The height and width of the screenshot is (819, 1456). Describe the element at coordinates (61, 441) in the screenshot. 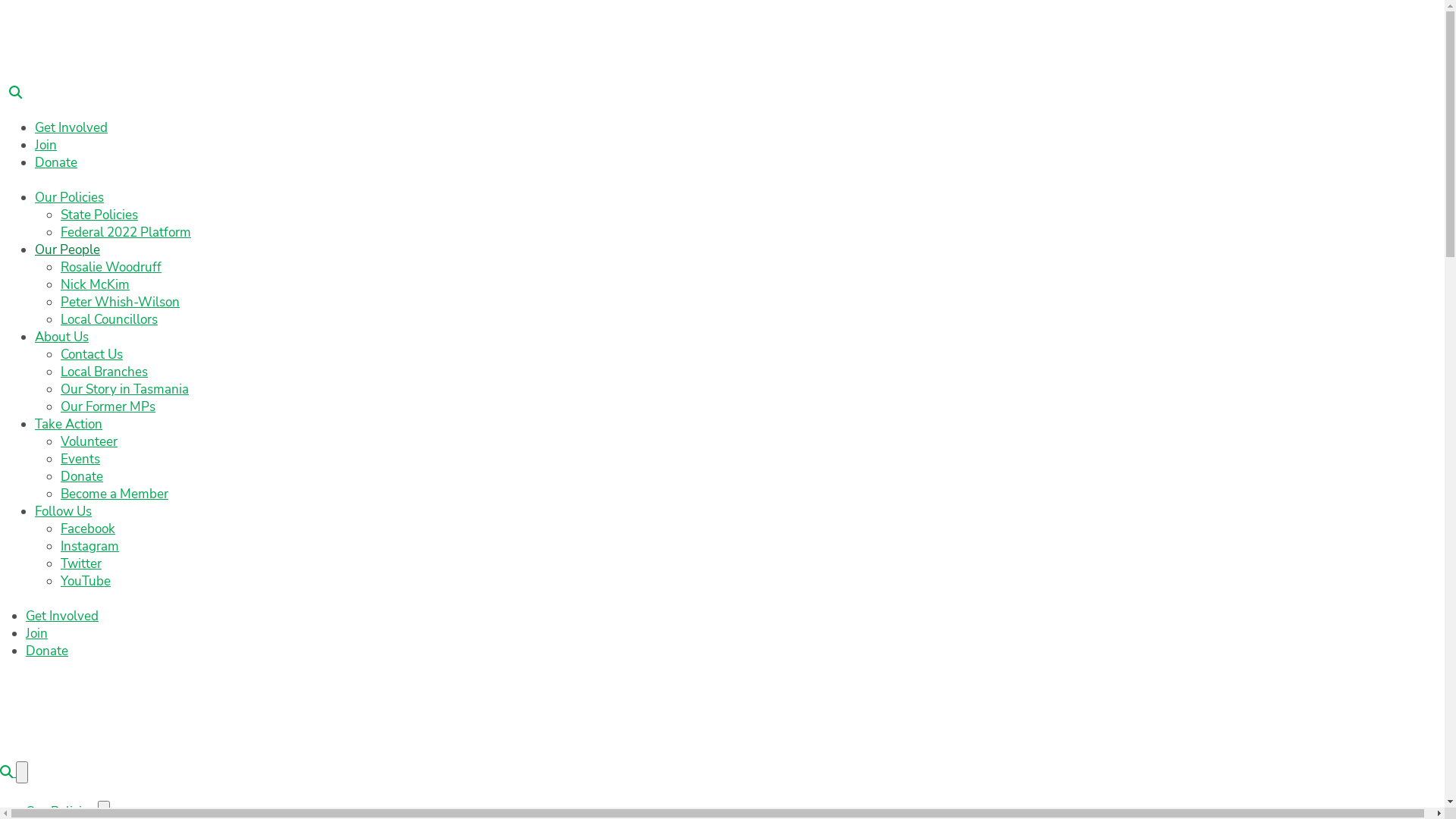

I see `'Volunteer'` at that location.